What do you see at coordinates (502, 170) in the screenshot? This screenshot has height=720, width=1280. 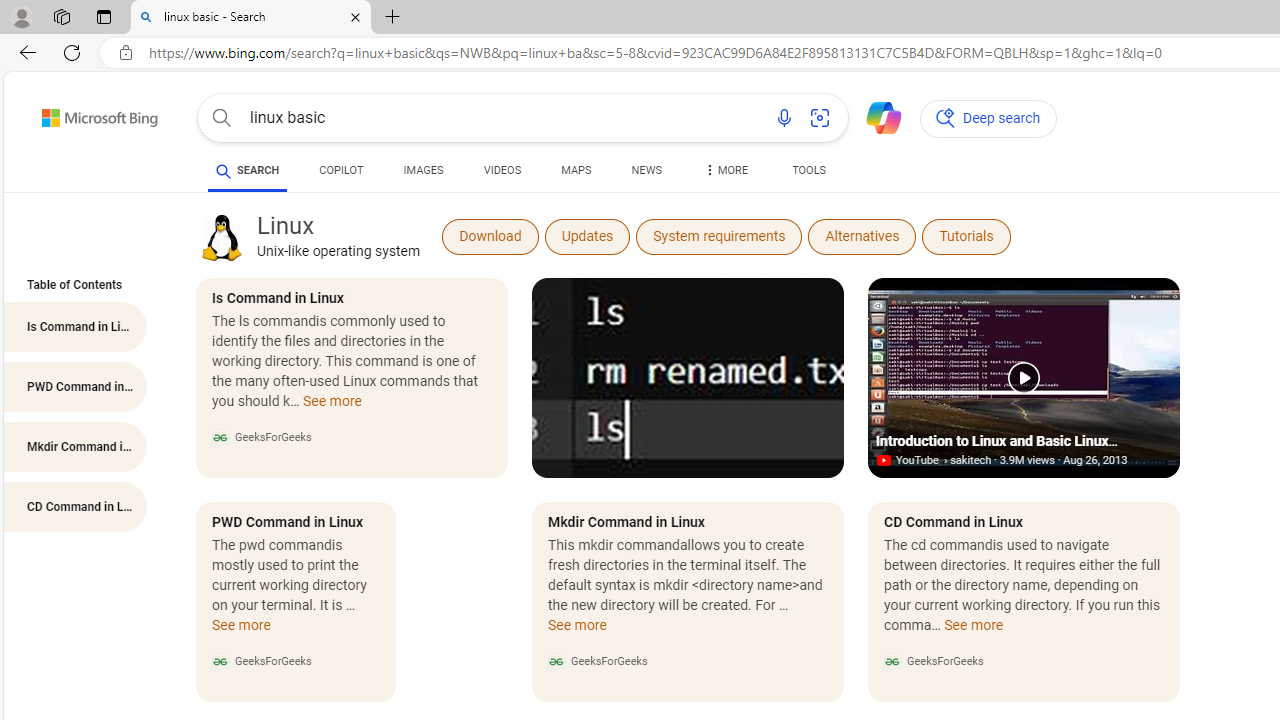 I see `'VIDEOS'` at bounding box center [502, 170].